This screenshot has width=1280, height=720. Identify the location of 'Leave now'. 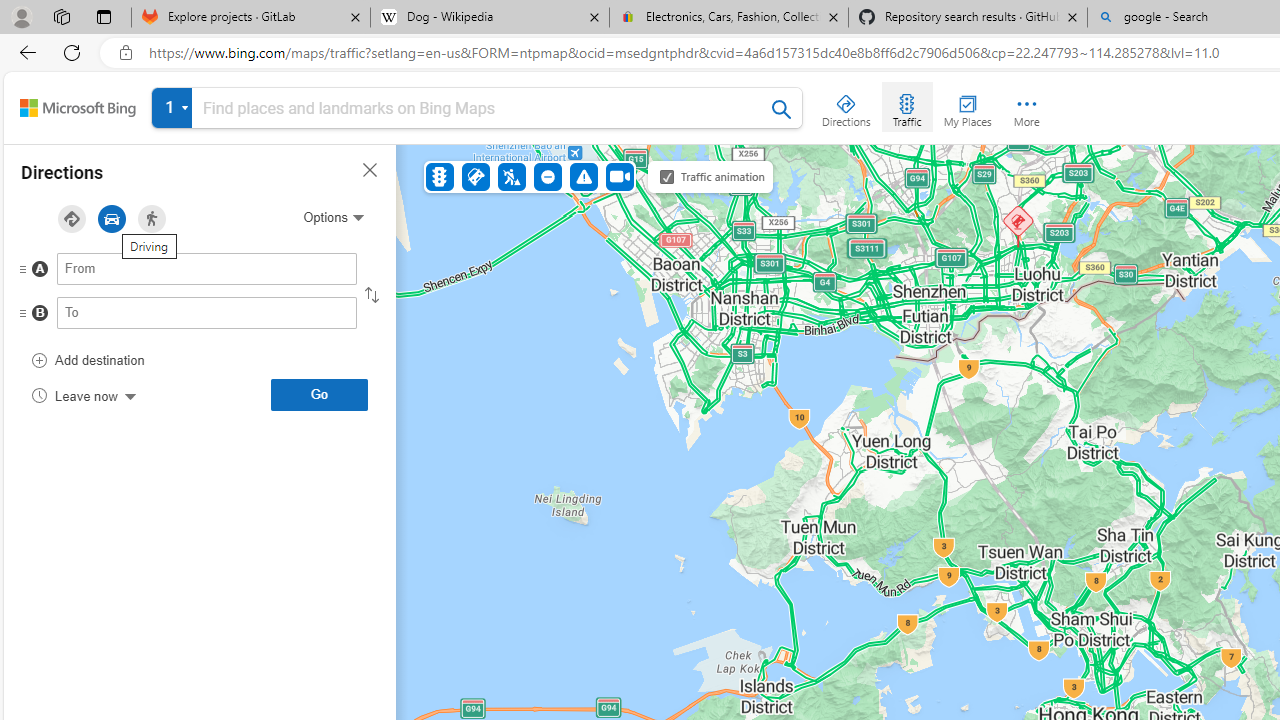
(82, 394).